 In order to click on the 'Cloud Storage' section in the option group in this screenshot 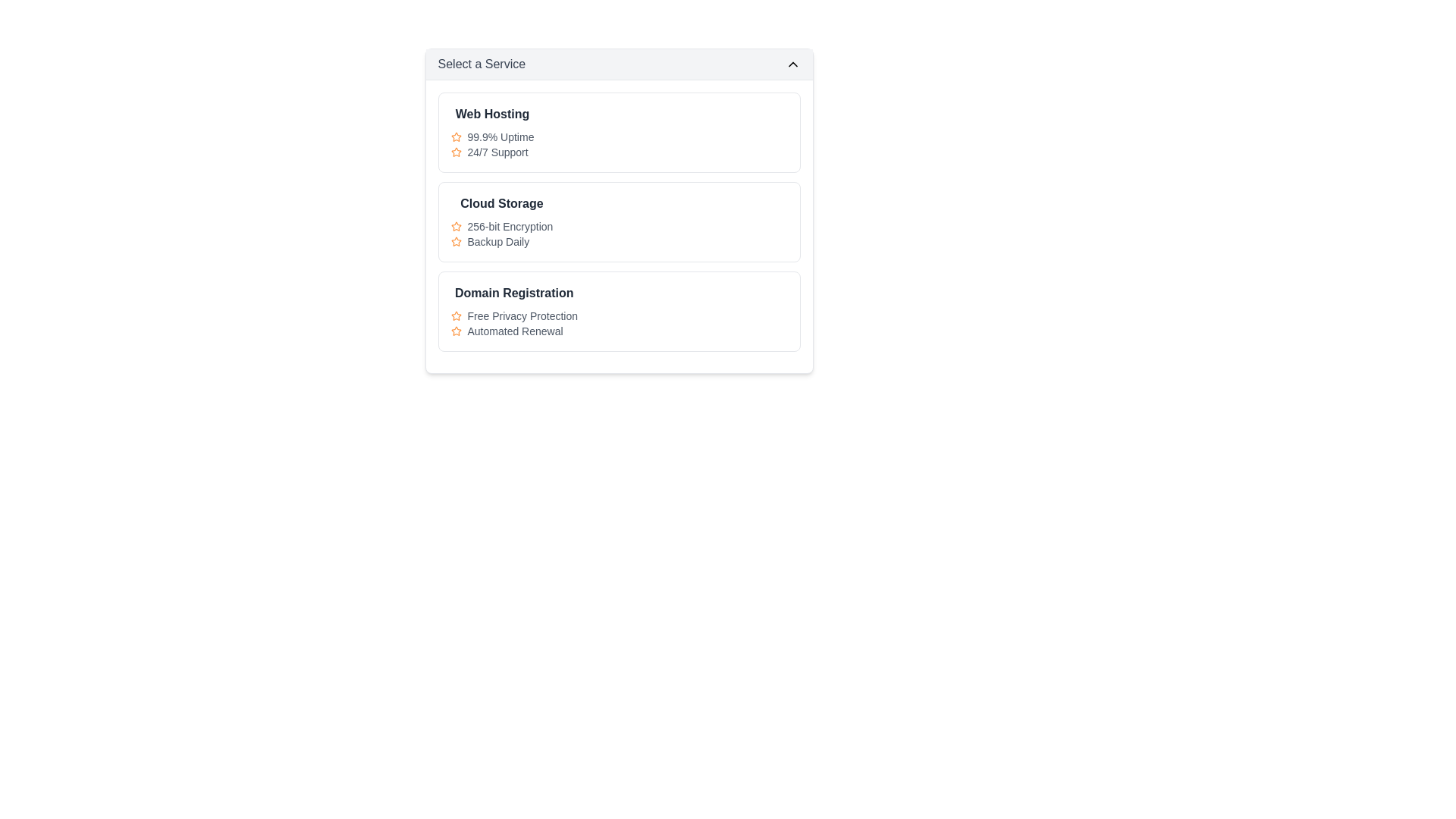, I will do `click(619, 211)`.